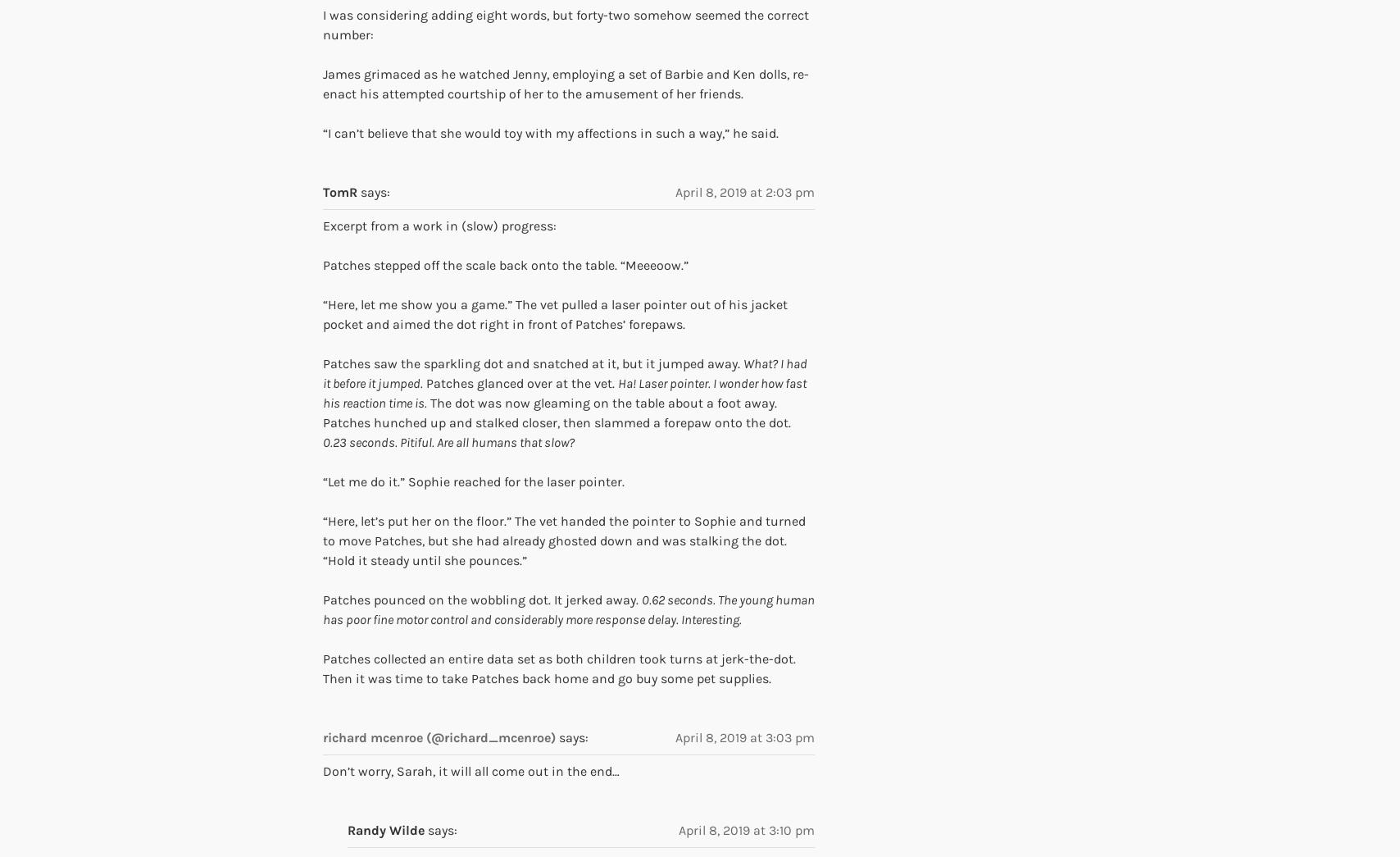 The height and width of the screenshot is (857, 1400). Describe the element at coordinates (385, 829) in the screenshot. I see `'Randy Wilde'` at that location.